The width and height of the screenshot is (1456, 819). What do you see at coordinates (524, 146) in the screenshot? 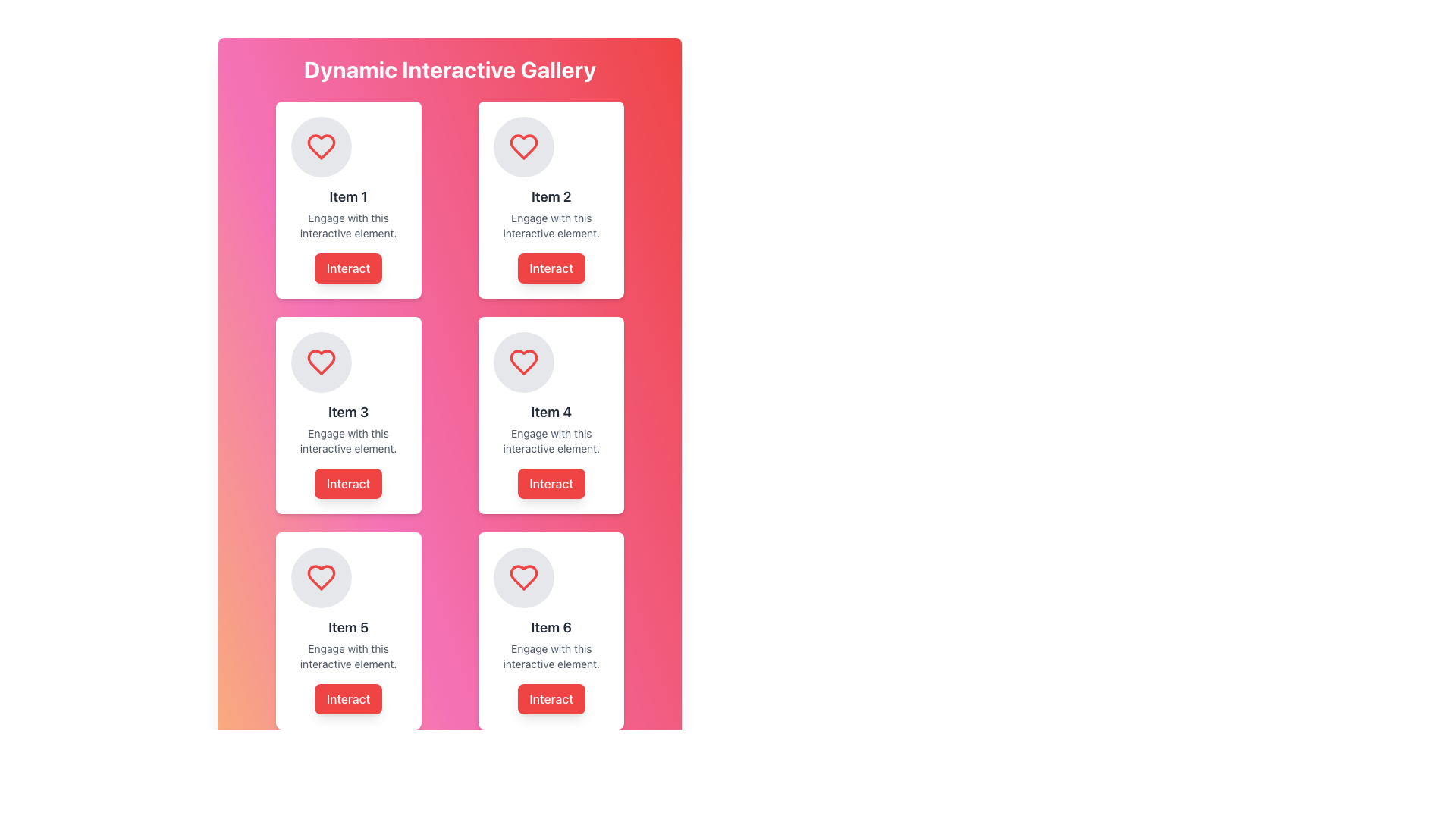
I see `the heart icon located at the top center of the card labeled 'Item 2', which indicates a 'like' or 'favorite' functionality` at bounding box center [524, 146].